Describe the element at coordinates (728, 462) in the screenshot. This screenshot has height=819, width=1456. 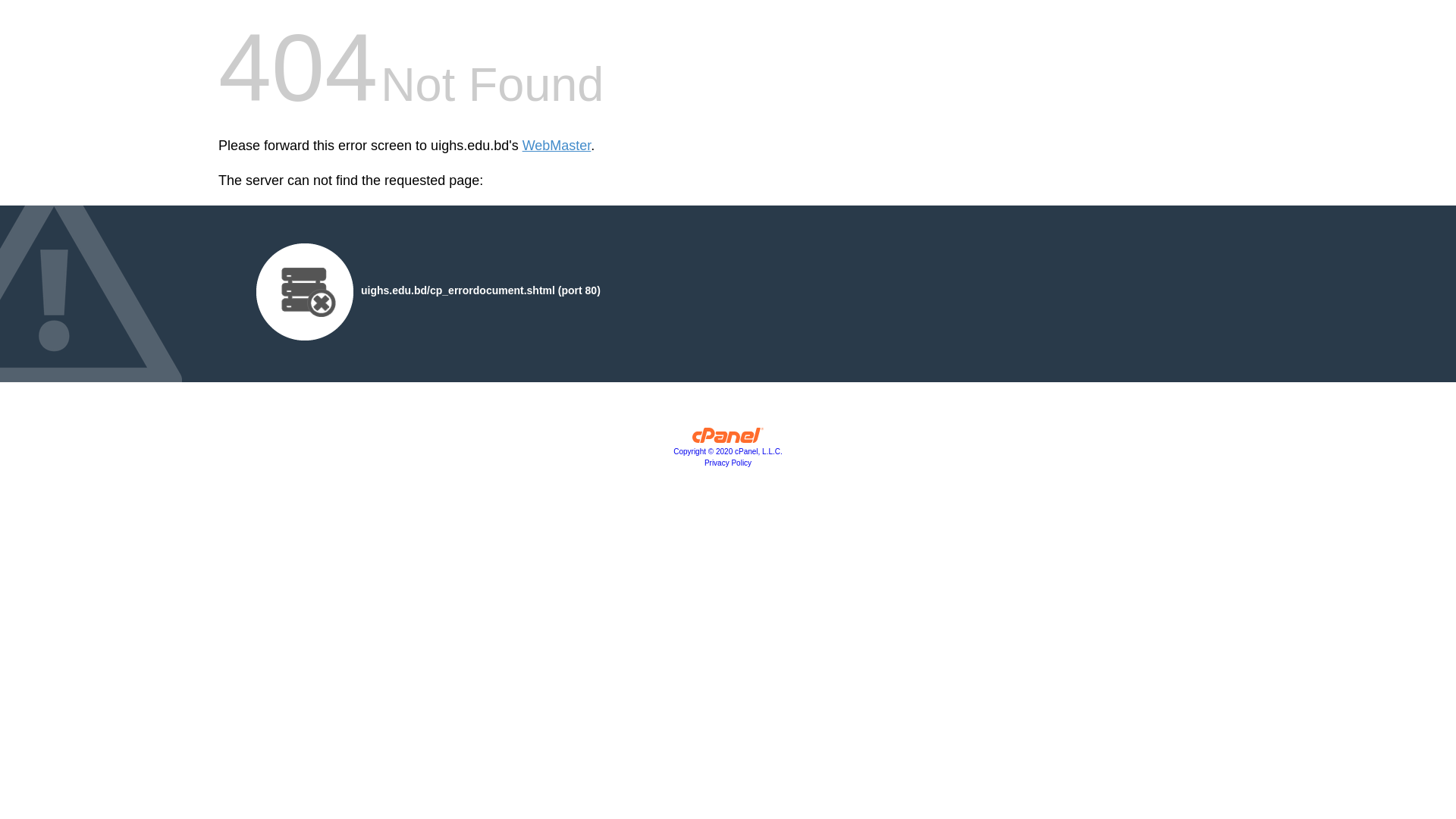
I see `'Privacy Policy'` at that location.